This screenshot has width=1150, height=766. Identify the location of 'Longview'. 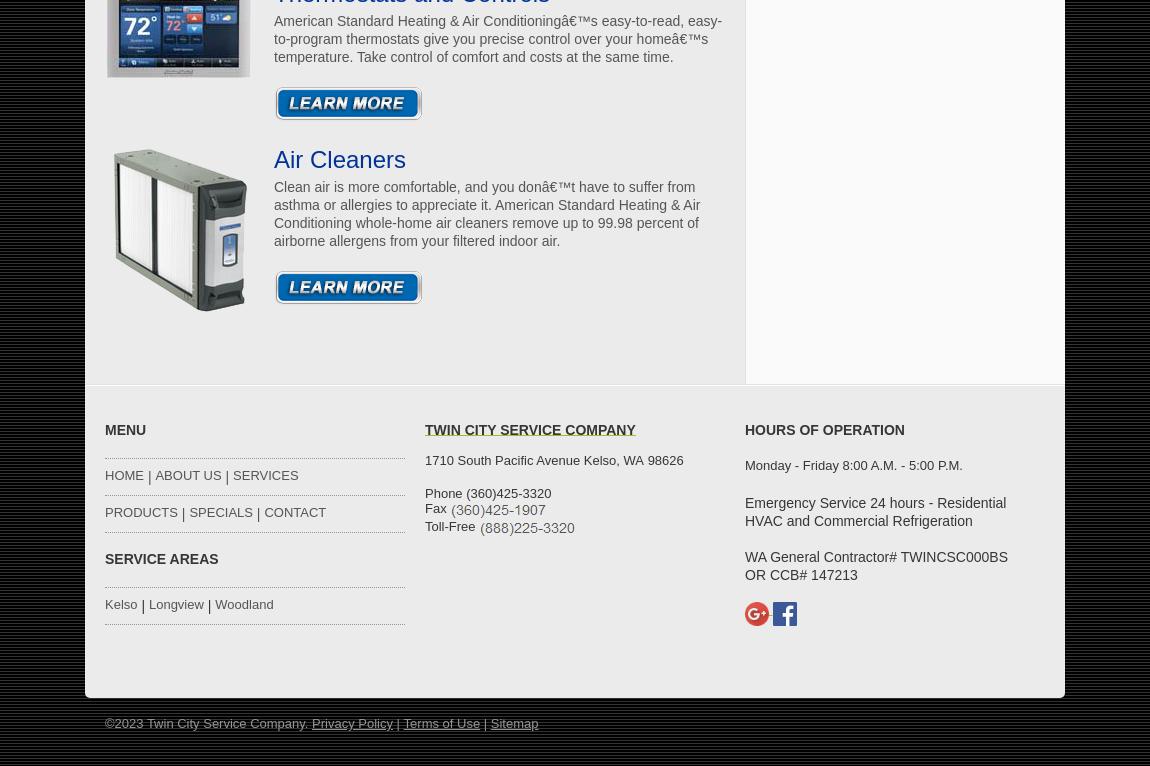
(174, 604).